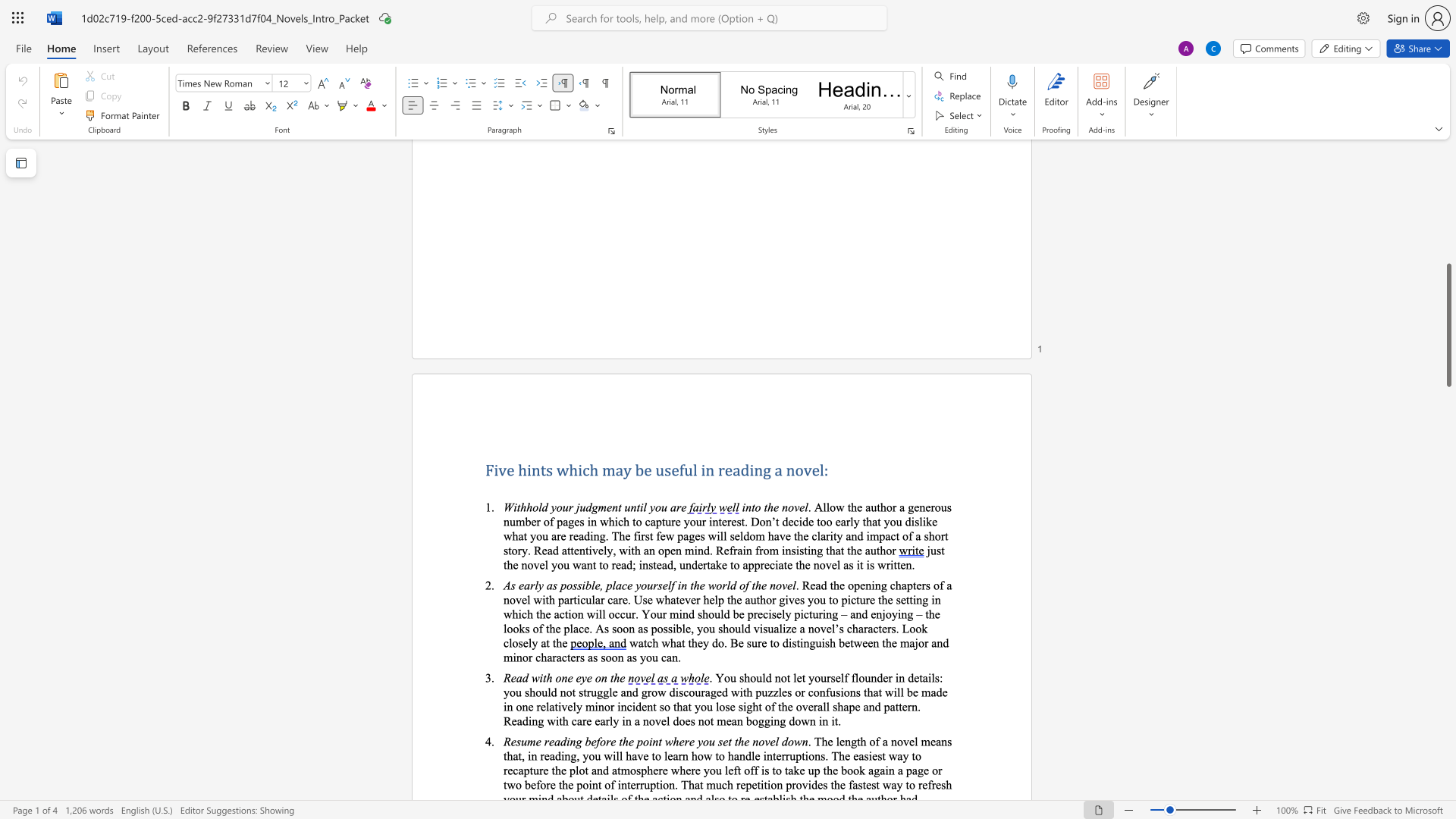 The width and height of the screenshot is (1456, 819). I want to click on the space between the continuous character "o" and "v" in the text, so click(802, 469).